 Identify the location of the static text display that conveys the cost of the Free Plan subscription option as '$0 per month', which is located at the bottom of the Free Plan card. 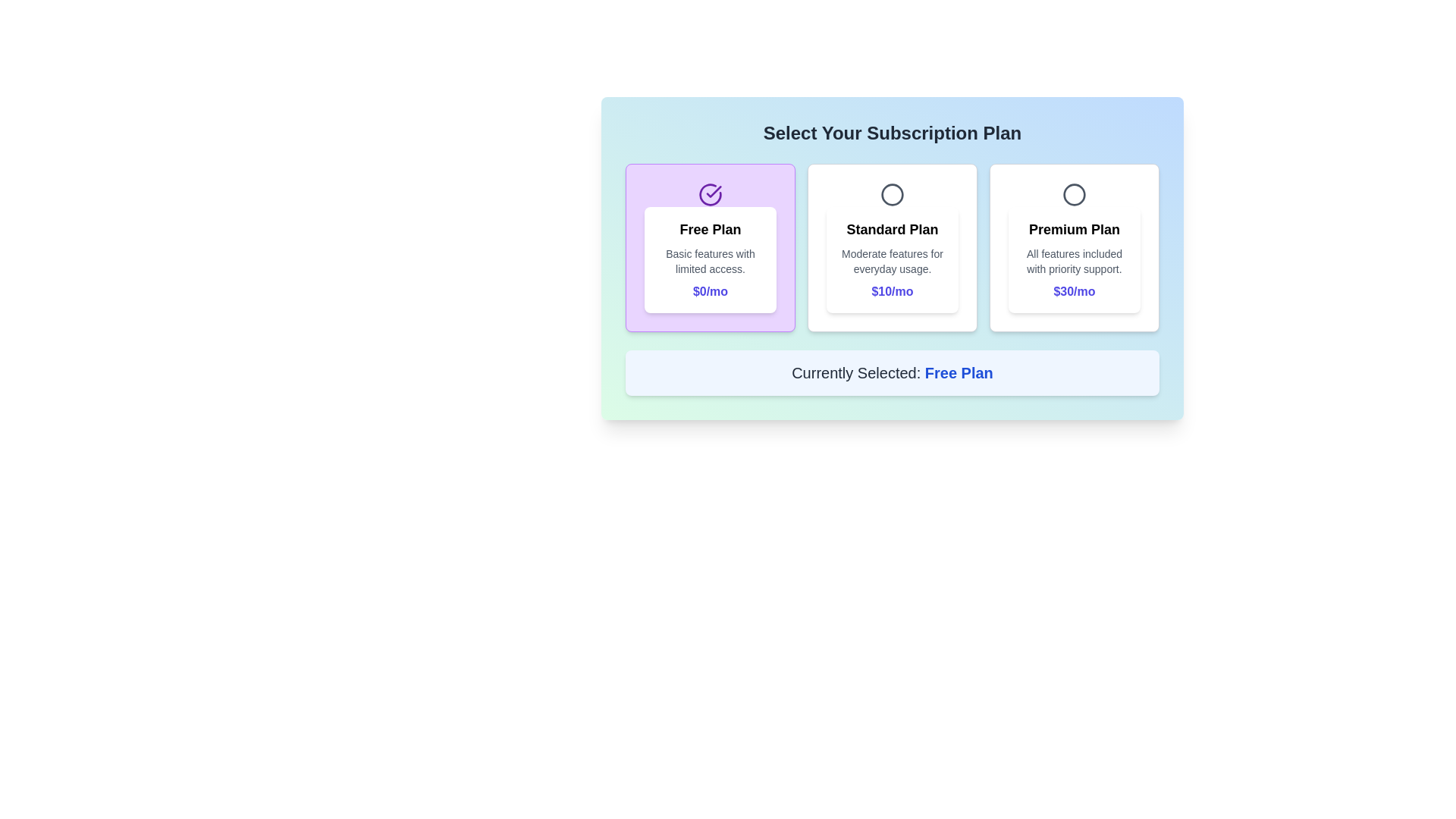
(709, 292).